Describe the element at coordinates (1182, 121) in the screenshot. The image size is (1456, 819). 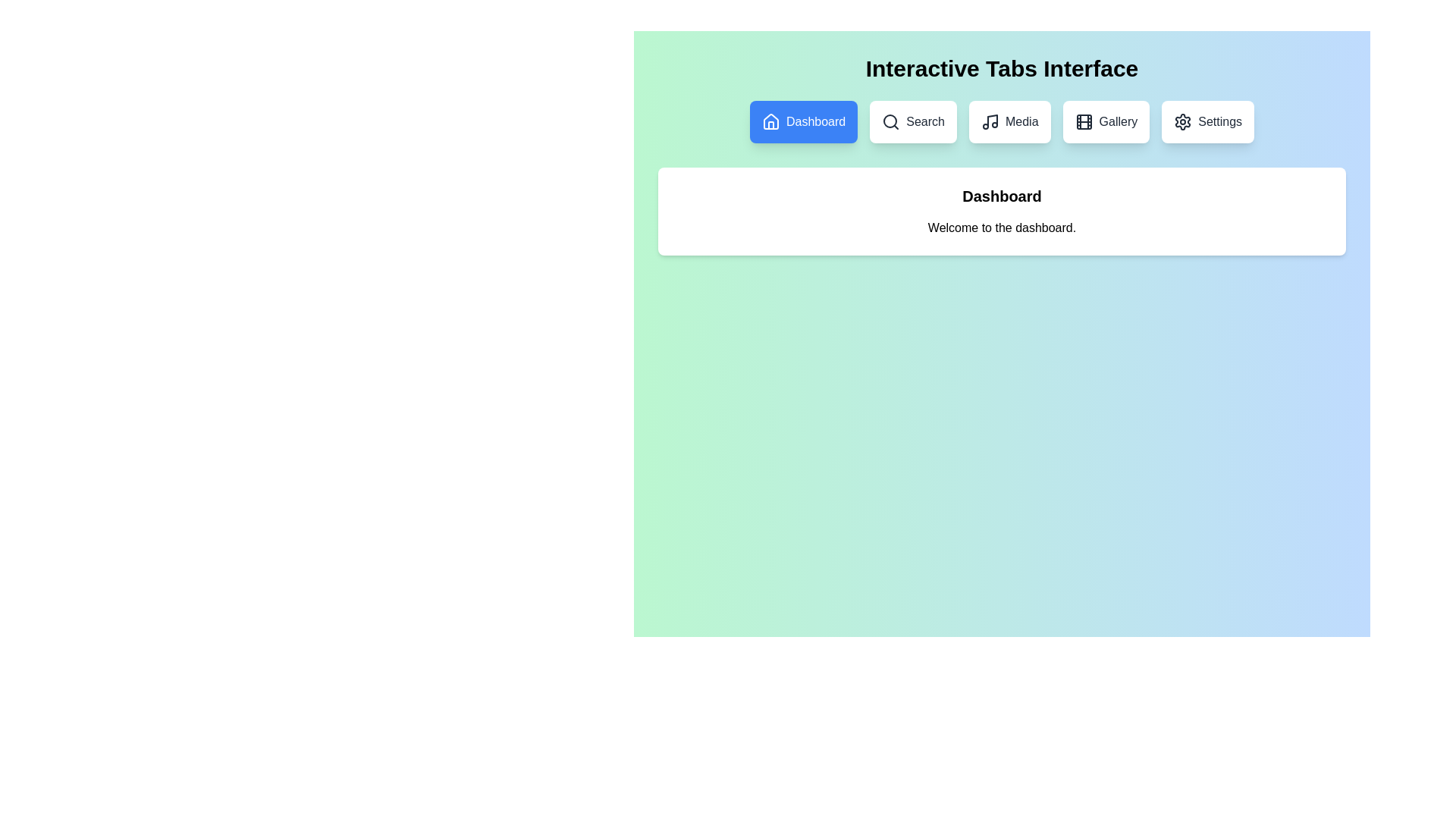
I see `the gear-shaped settings icon located in the top-right grouping of tab buttons, which has a black outline on a white background` at that location.